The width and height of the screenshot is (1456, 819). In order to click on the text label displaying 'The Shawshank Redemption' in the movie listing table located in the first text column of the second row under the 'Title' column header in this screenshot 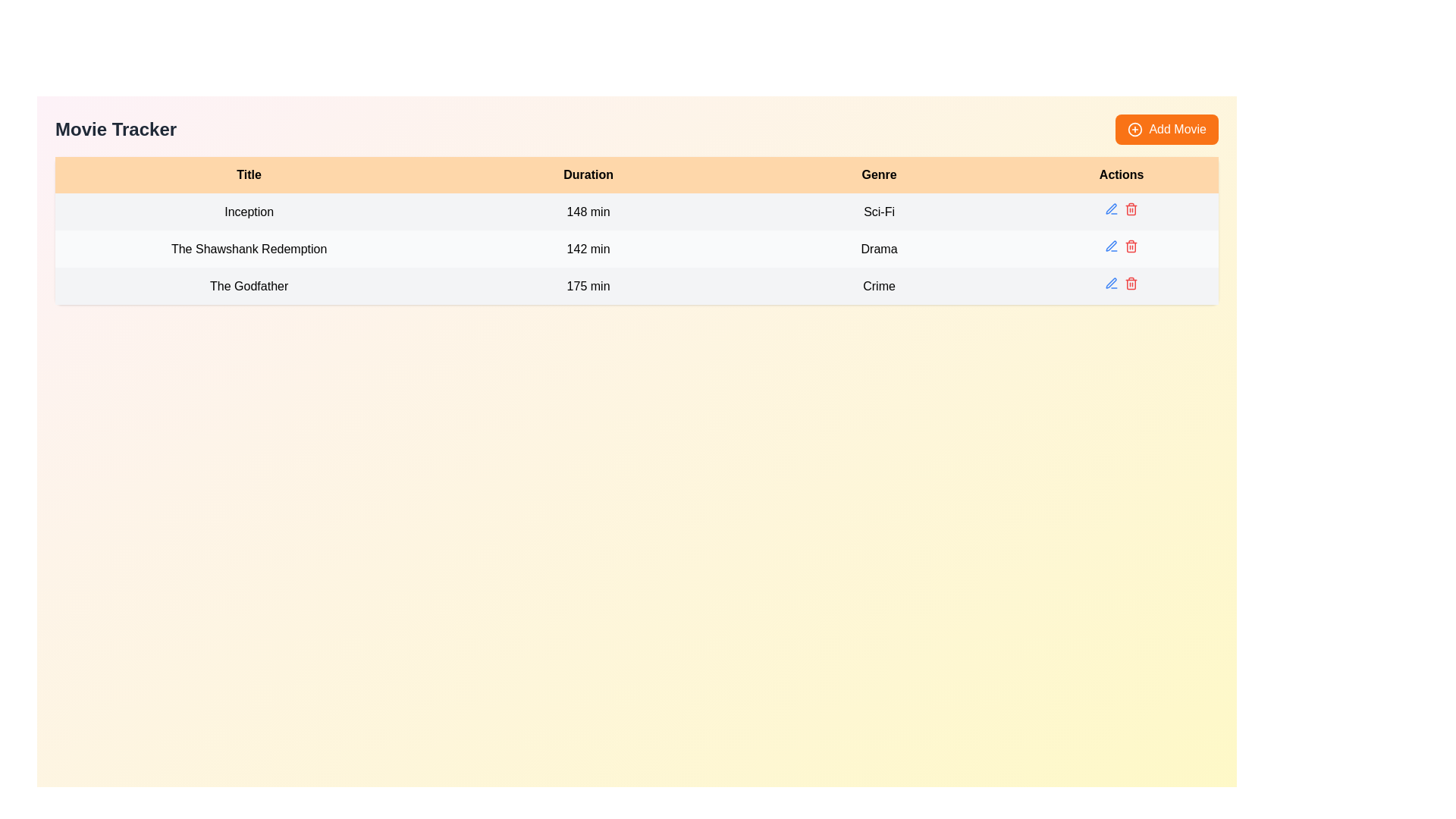, I will do `click(249, 248)`.